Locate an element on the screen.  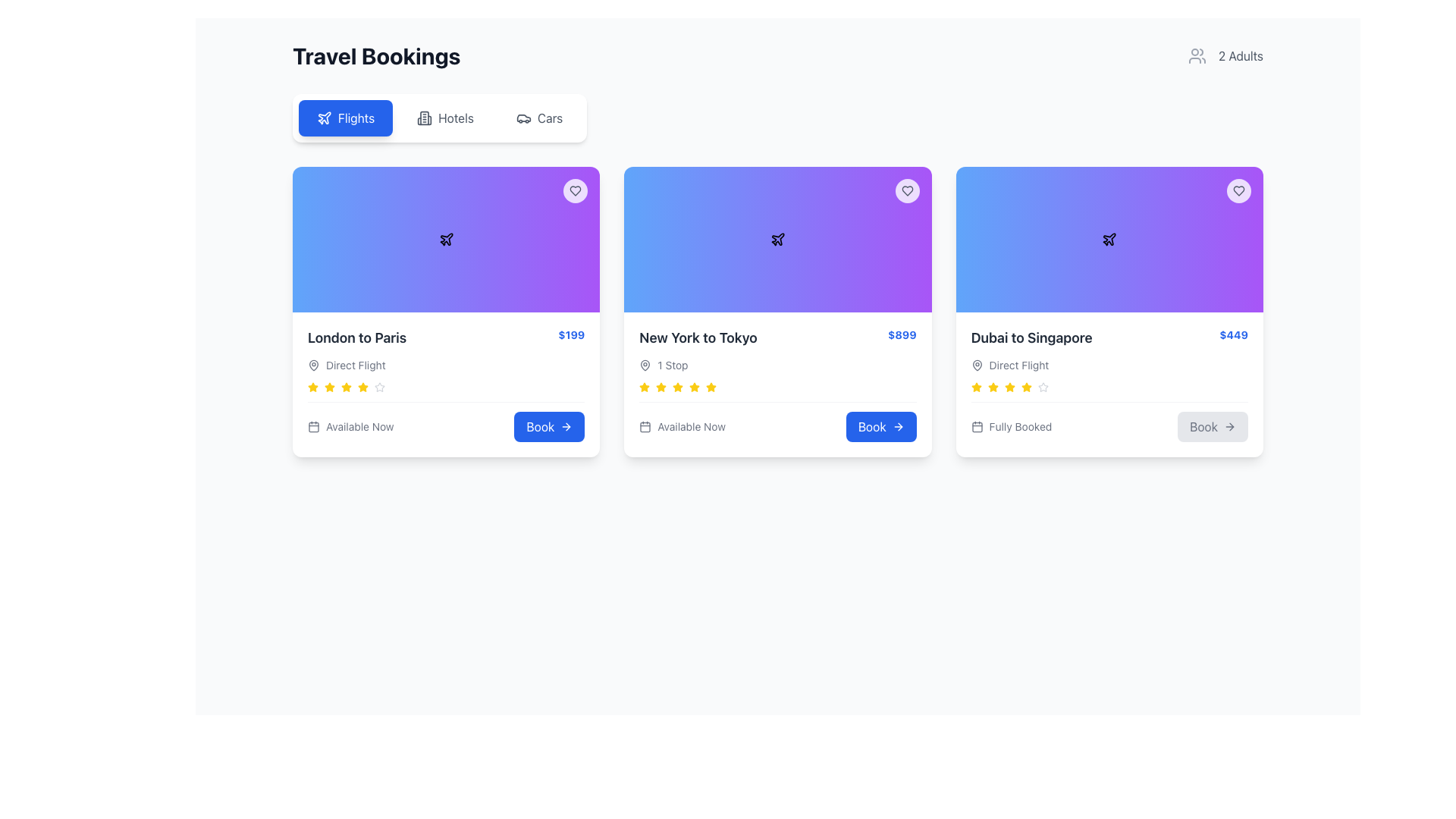
the second star in the five-star rating system for the 'London to Paris' card, which visually indicates the rating associated with the element is located at coordinates (329, 386).